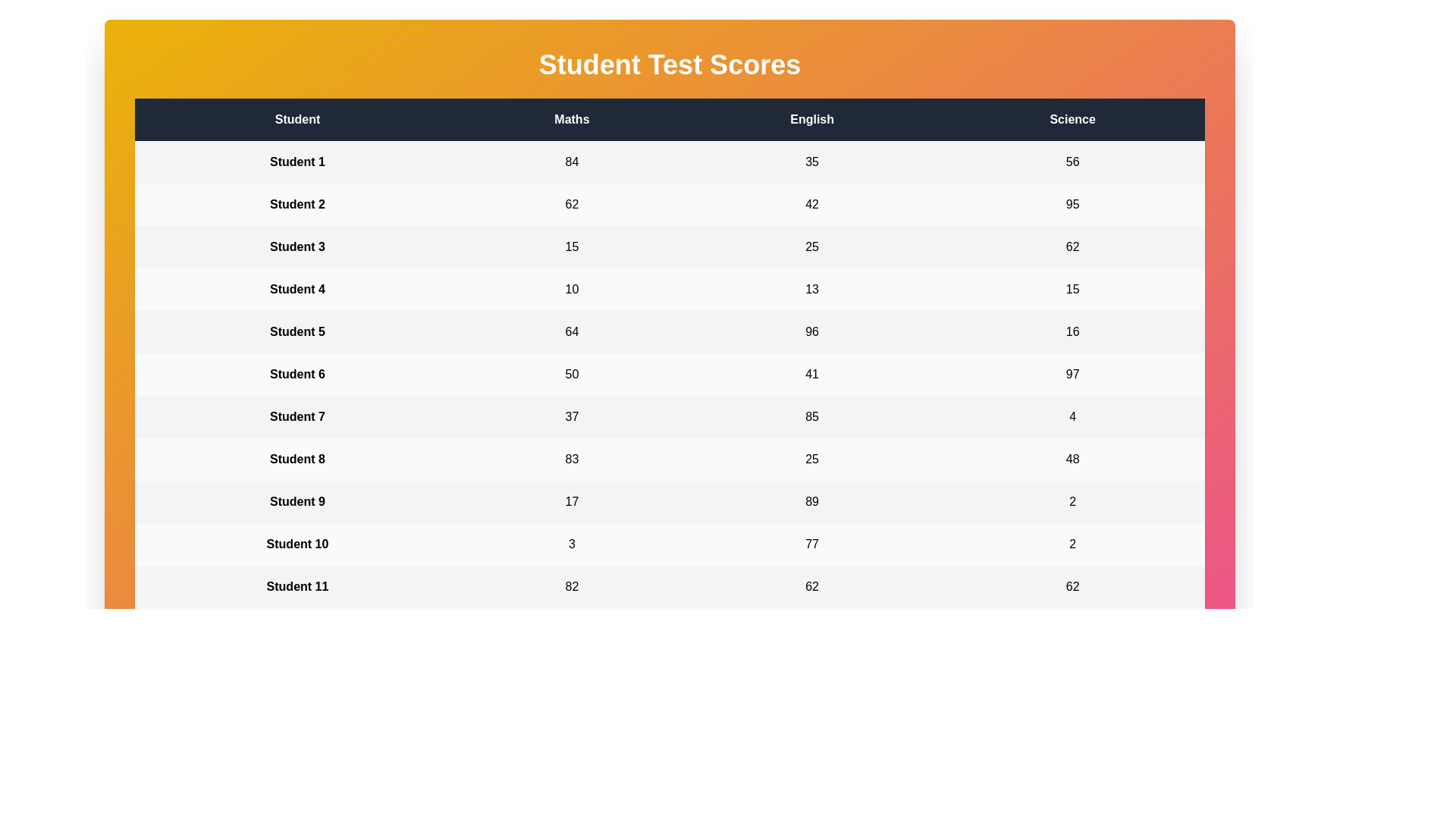 This screenshot has height=819, width=1456. What do you see at coordinates (811, 119) in the screenshot?
I see `the English header to sort the column` at bounding box center [811, 119].